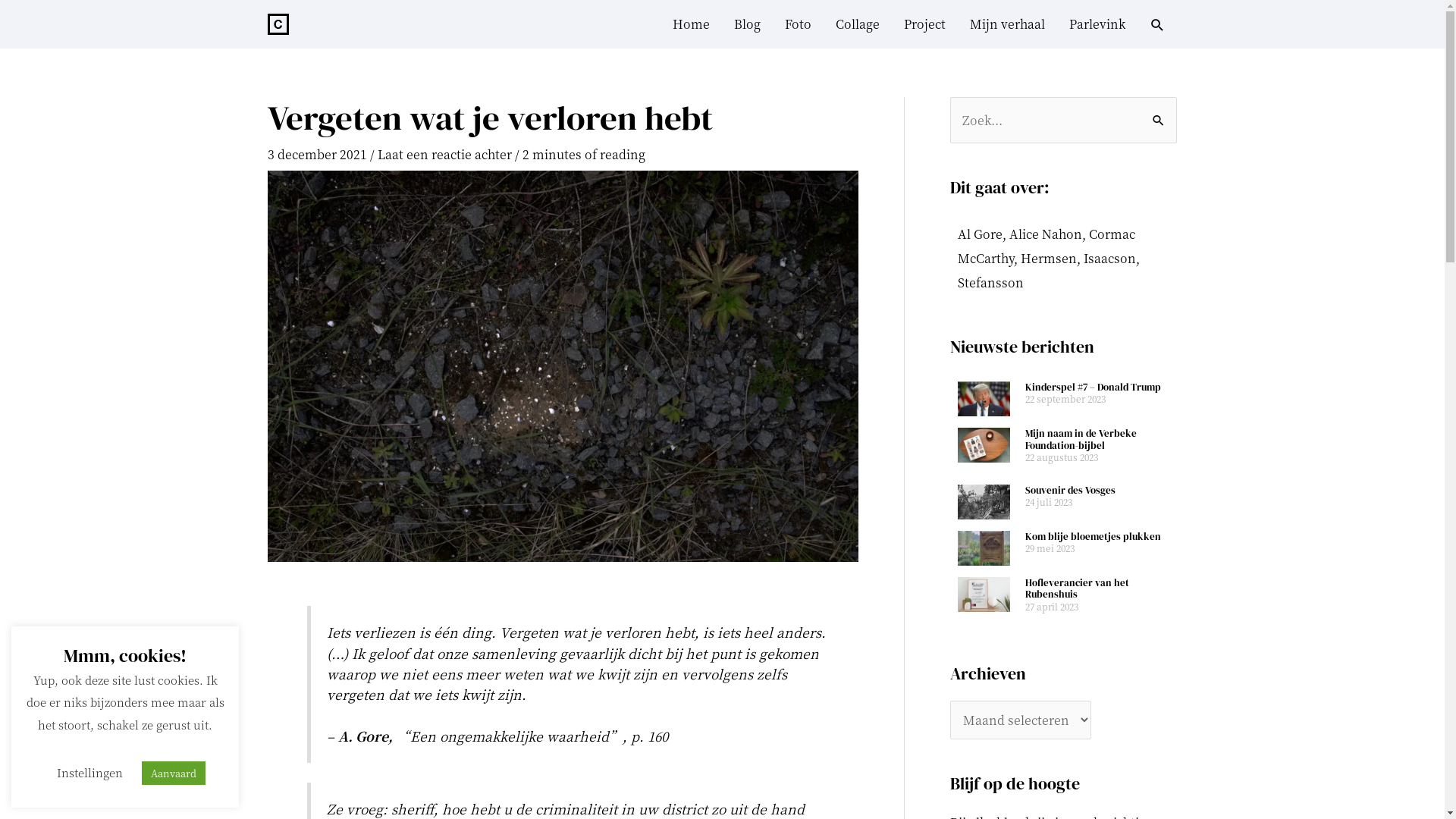  What do you see at coordinates (1025, 535) in the screenshot?
I see `'Kom blije bloemetjes plukken'` at bounding box center [1025, 535].